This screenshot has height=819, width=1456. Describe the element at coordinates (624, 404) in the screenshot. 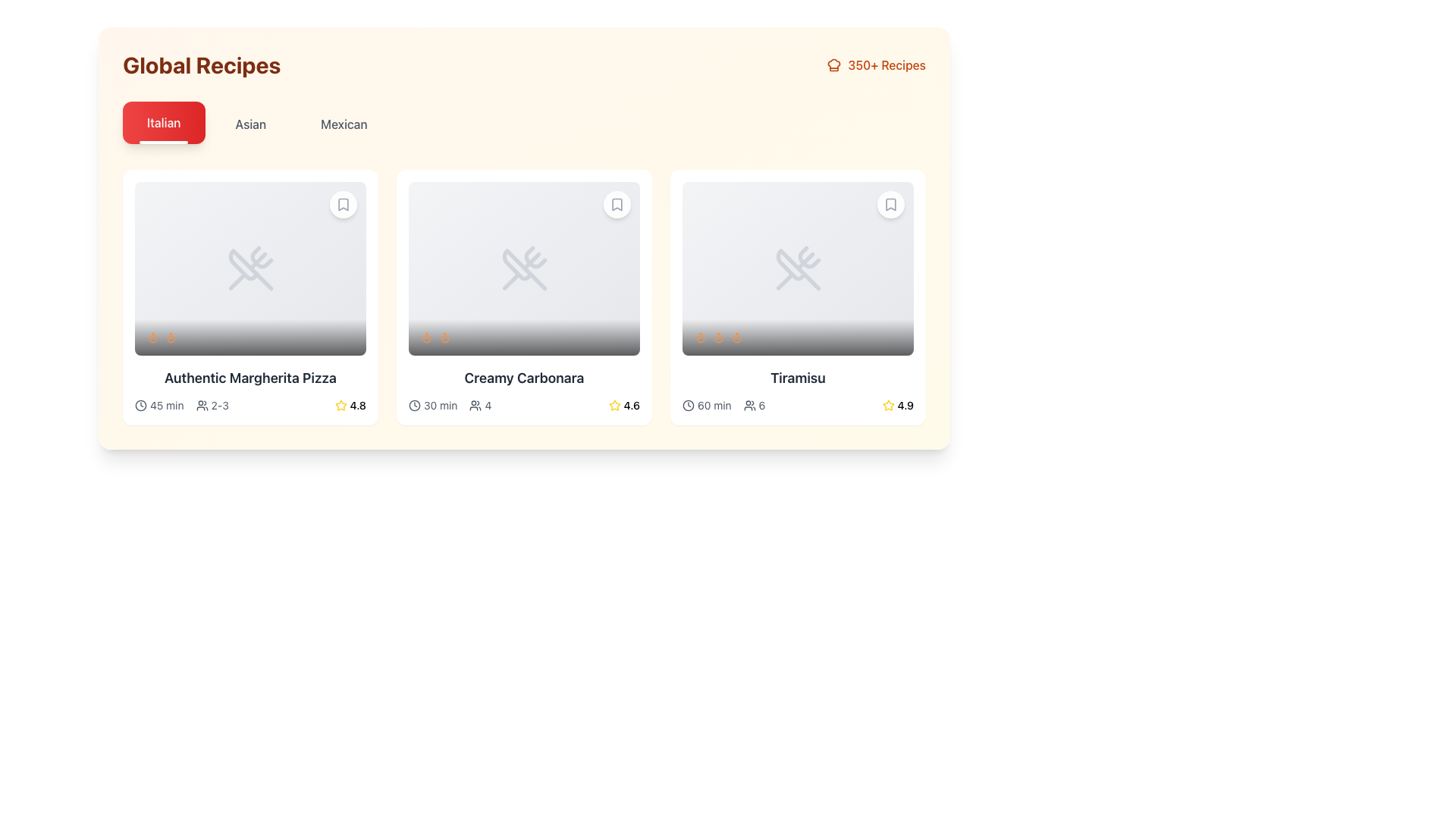

I see `the rating indicator element, which consists of a yellow star icon followed by a numerical rating of '4.6', located in the bottom-right corner of the 'Creamy Carbonara' recipe card, to associate this rating with the corresponding recipe` at that location.